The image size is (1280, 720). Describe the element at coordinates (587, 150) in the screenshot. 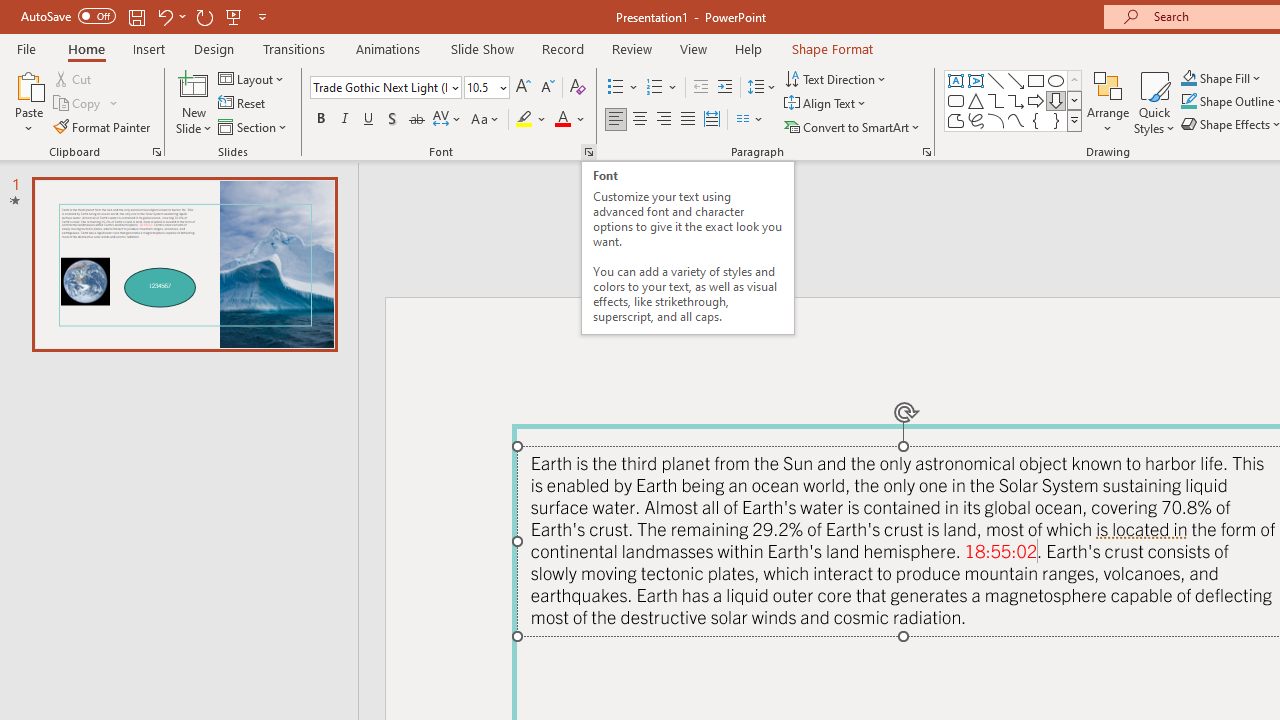

I see `'Font...'` at that location.